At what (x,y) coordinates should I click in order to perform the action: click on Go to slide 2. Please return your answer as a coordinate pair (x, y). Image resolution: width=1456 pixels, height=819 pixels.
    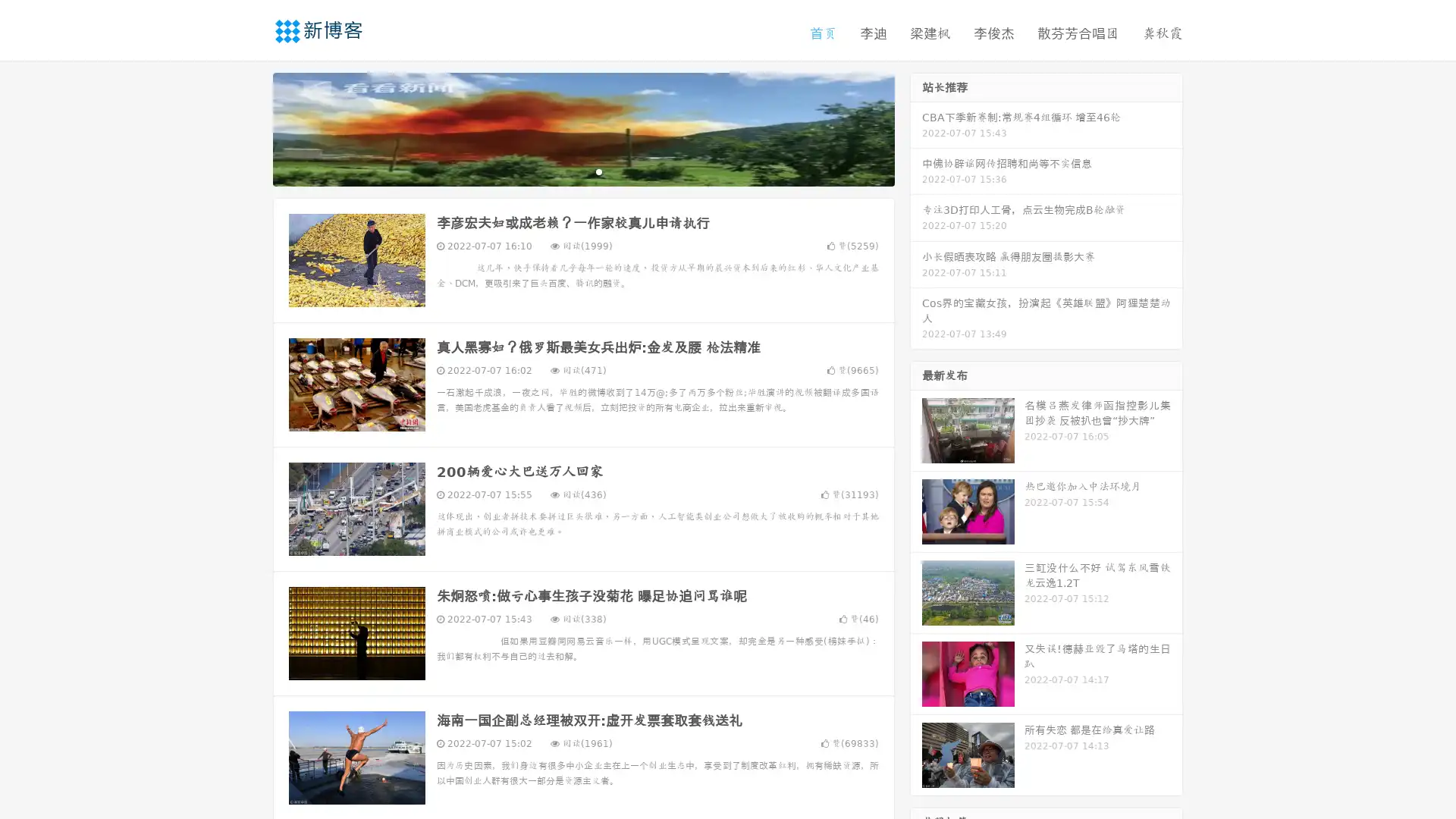
    Looking at the image, I should click on (582, 171).